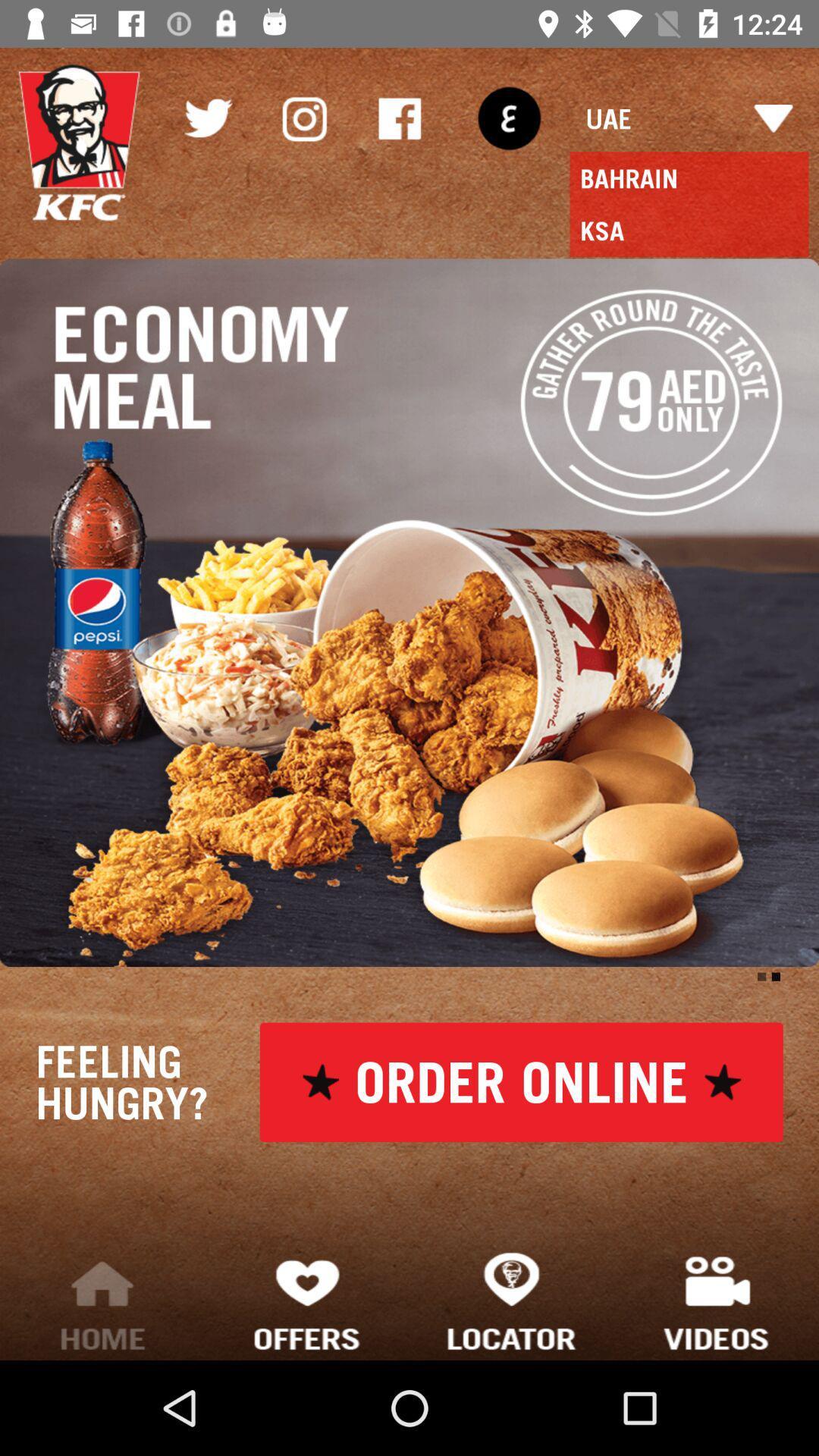 This screenshot has height=1456, width=819. Describe the element at coordinates (307, 1300) in the screenshot. I see `item below hungry? icon` at that location.